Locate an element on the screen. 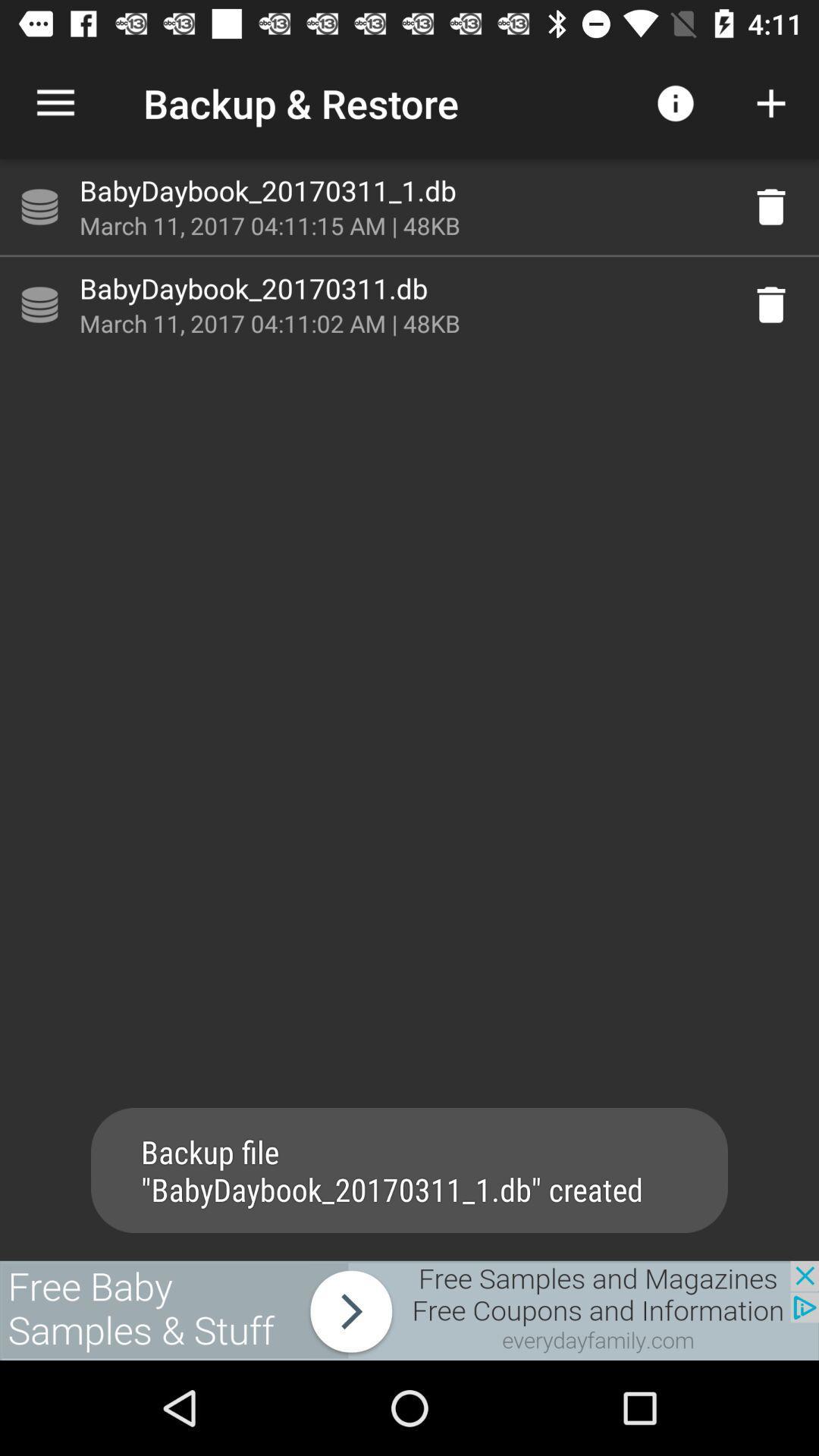 The height and width of the screenshot is (1456, 819). open advertisement is located at coordinates (409, 1310).